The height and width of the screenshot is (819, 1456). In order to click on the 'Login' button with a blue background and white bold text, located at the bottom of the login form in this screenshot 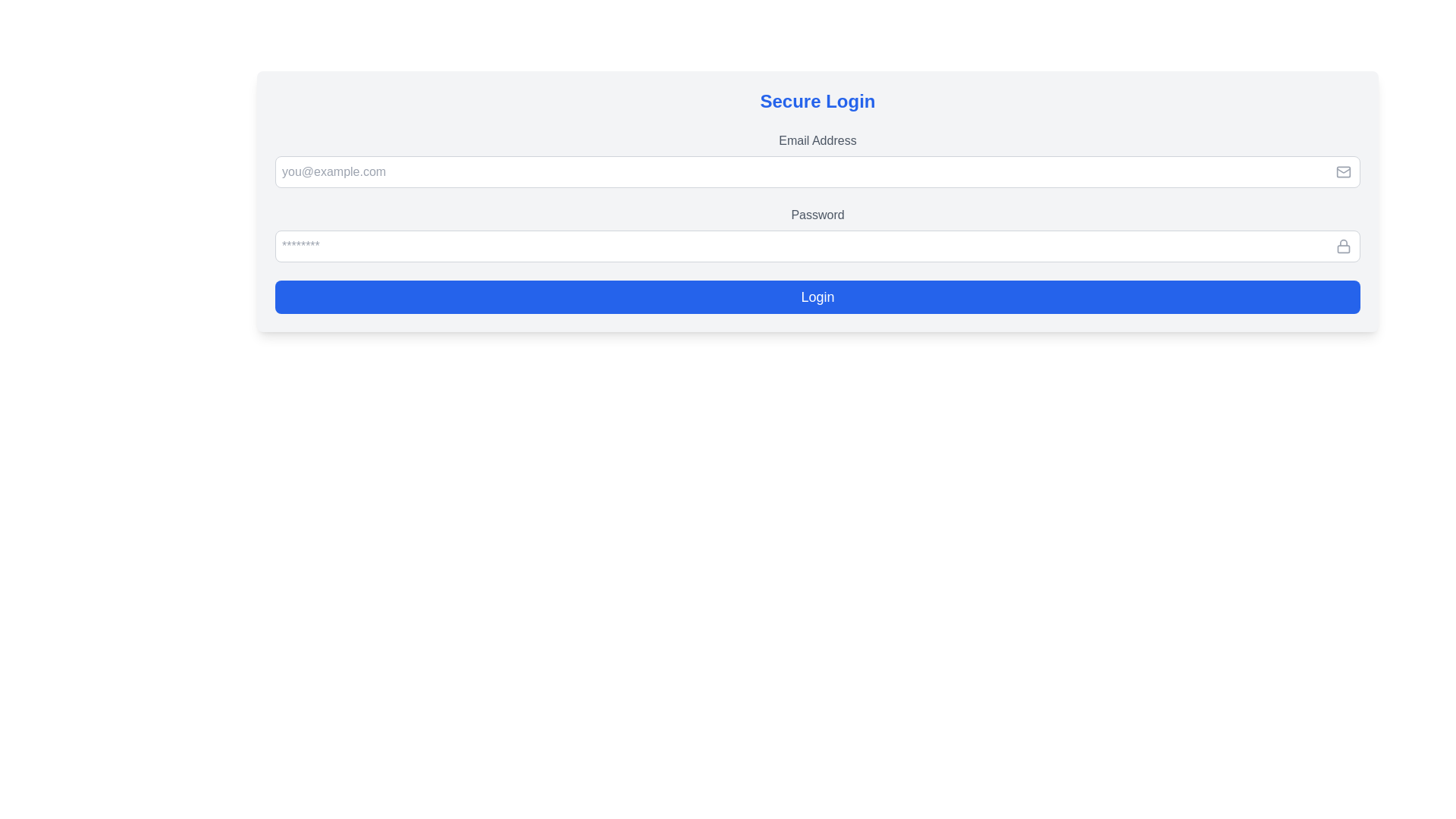, I will do `click(817, 297)`.